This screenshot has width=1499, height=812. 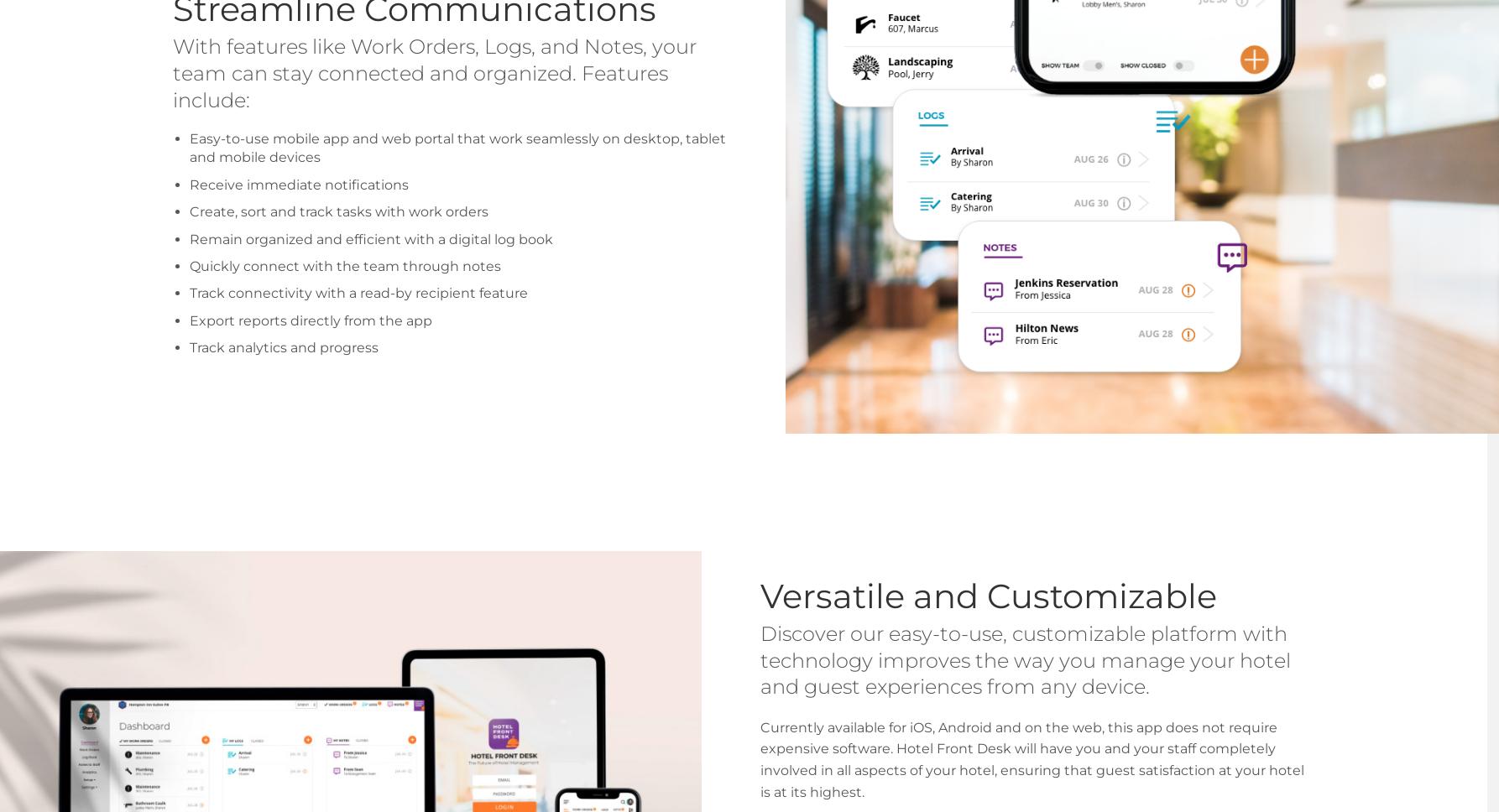 What do you see at coordinates (433, 73) in the screenshot?
I see `'With features like Work Orders, Logs, and Notes, your team can stay connected and organized. Features include:'` at bounding box center [433, 73].